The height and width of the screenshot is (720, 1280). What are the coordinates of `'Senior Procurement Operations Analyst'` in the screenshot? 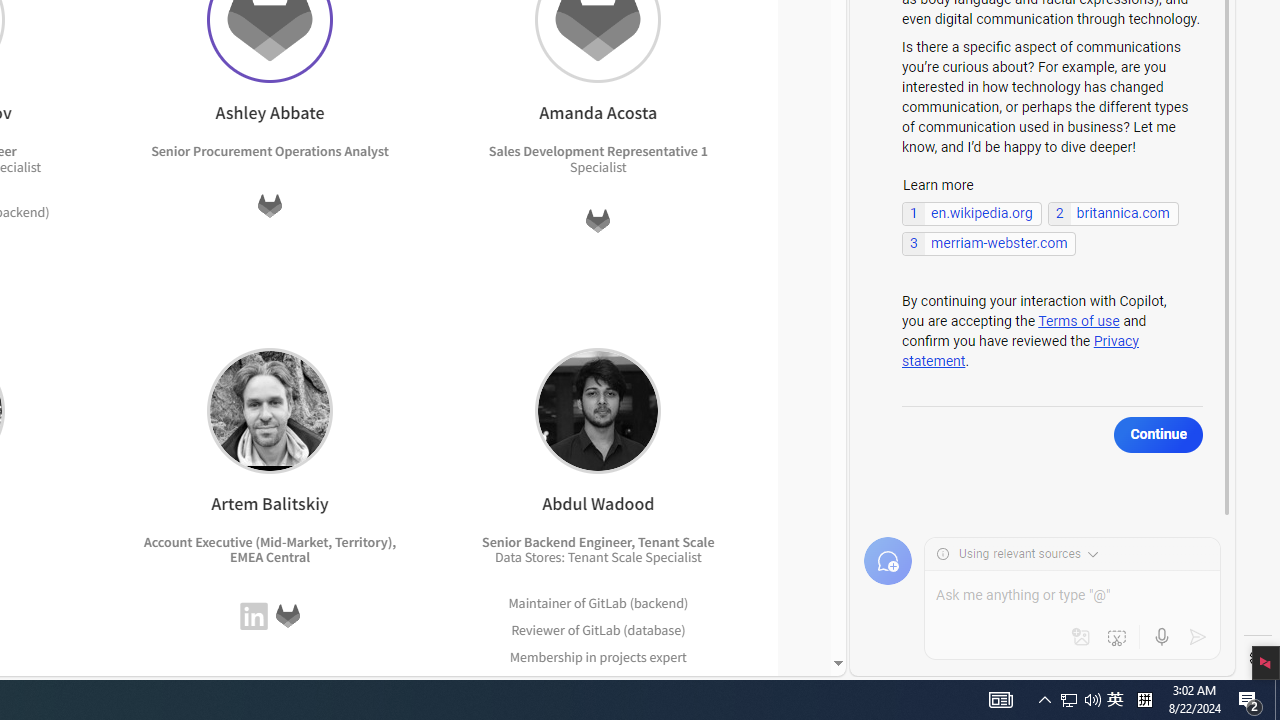 It's located at (269, 150).